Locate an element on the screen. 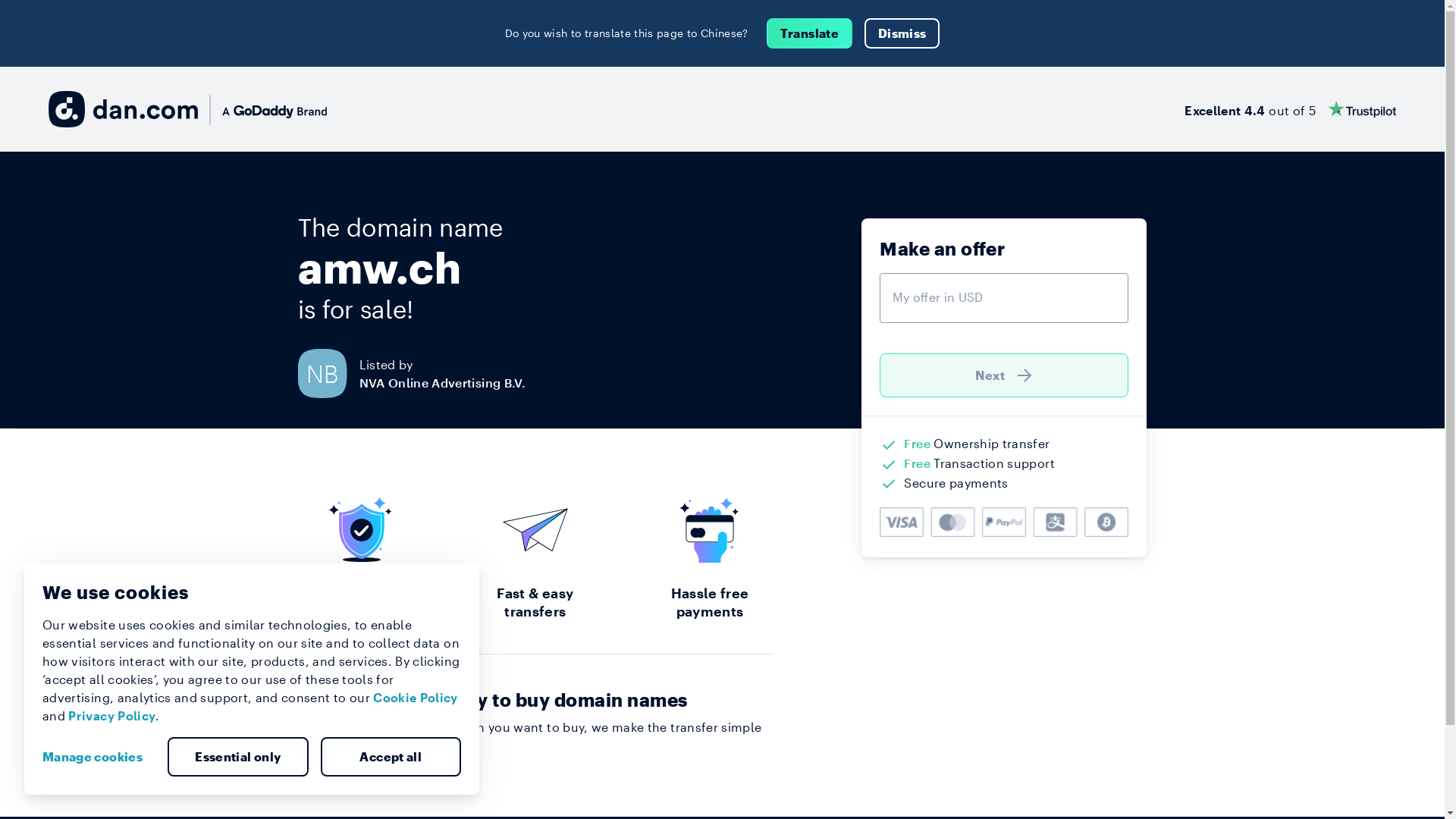  'Essential only' is located at coordinates (237, 757).